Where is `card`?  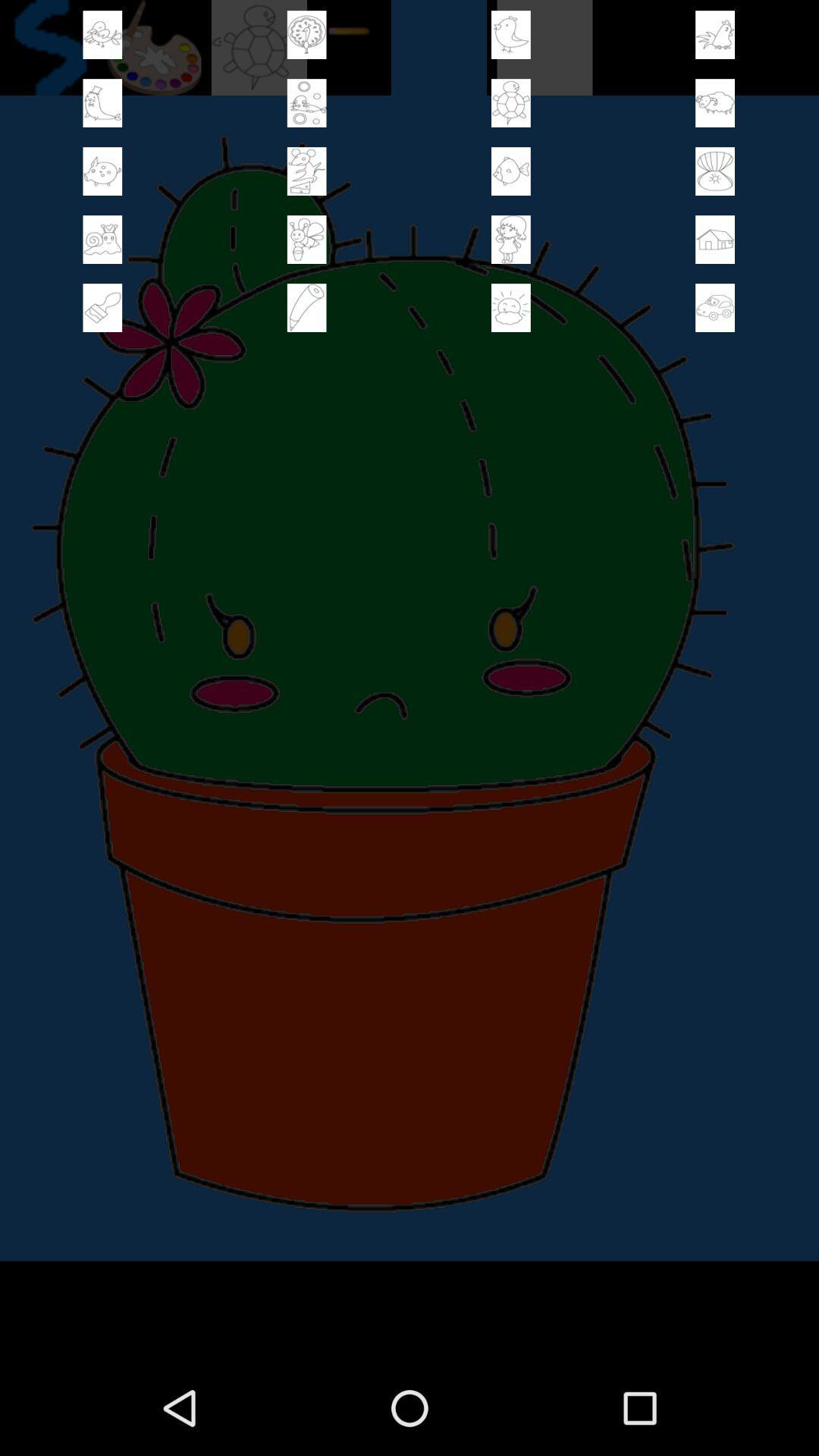 card is located at coordinates (715, 307).